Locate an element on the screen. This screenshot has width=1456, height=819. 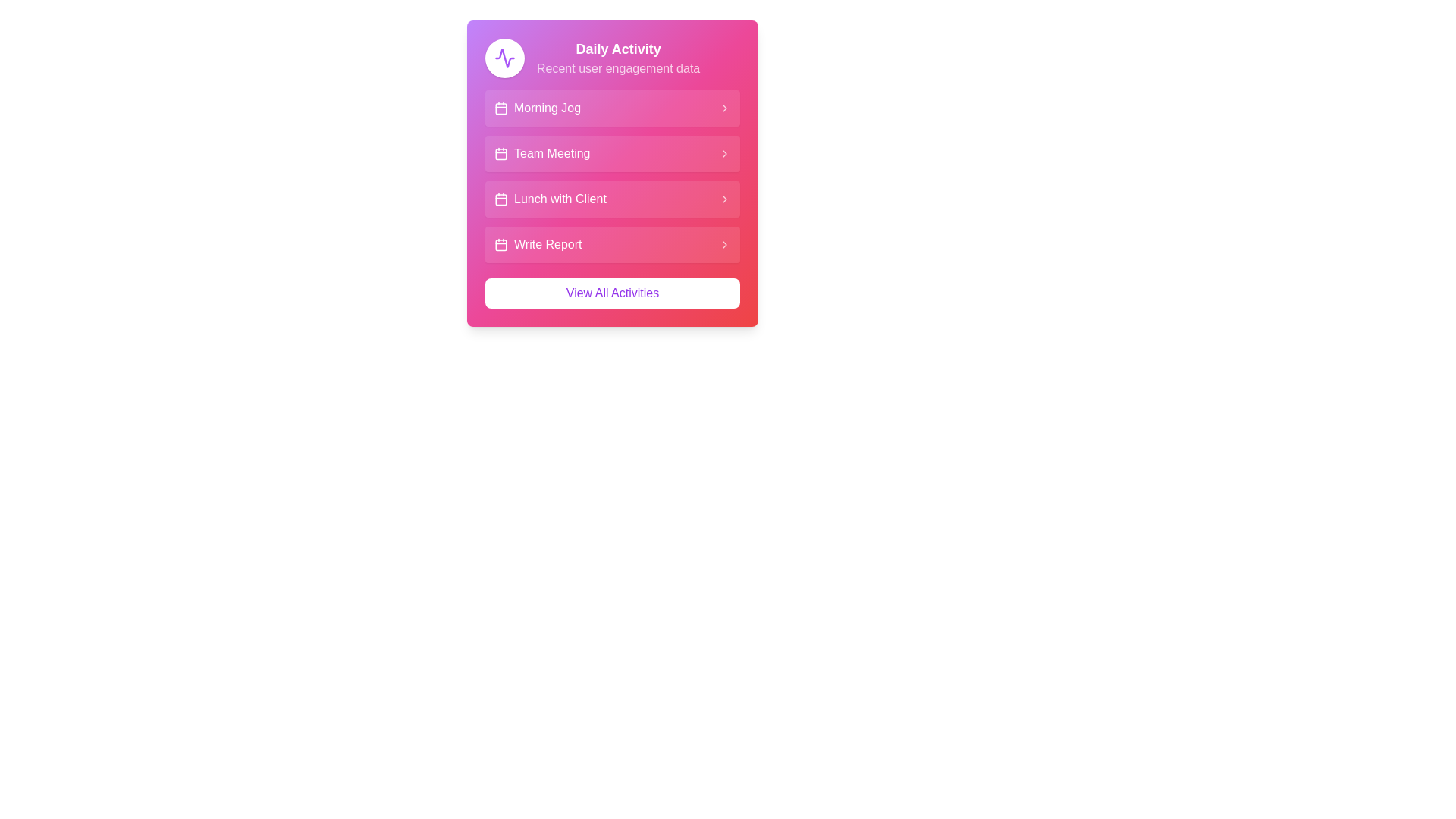
text of the Text block with an associated icon that displays 'Daily Activity' and 'Recent user engagement data' with a purple activity wave icon on the left is located at coordinates (612, 58).